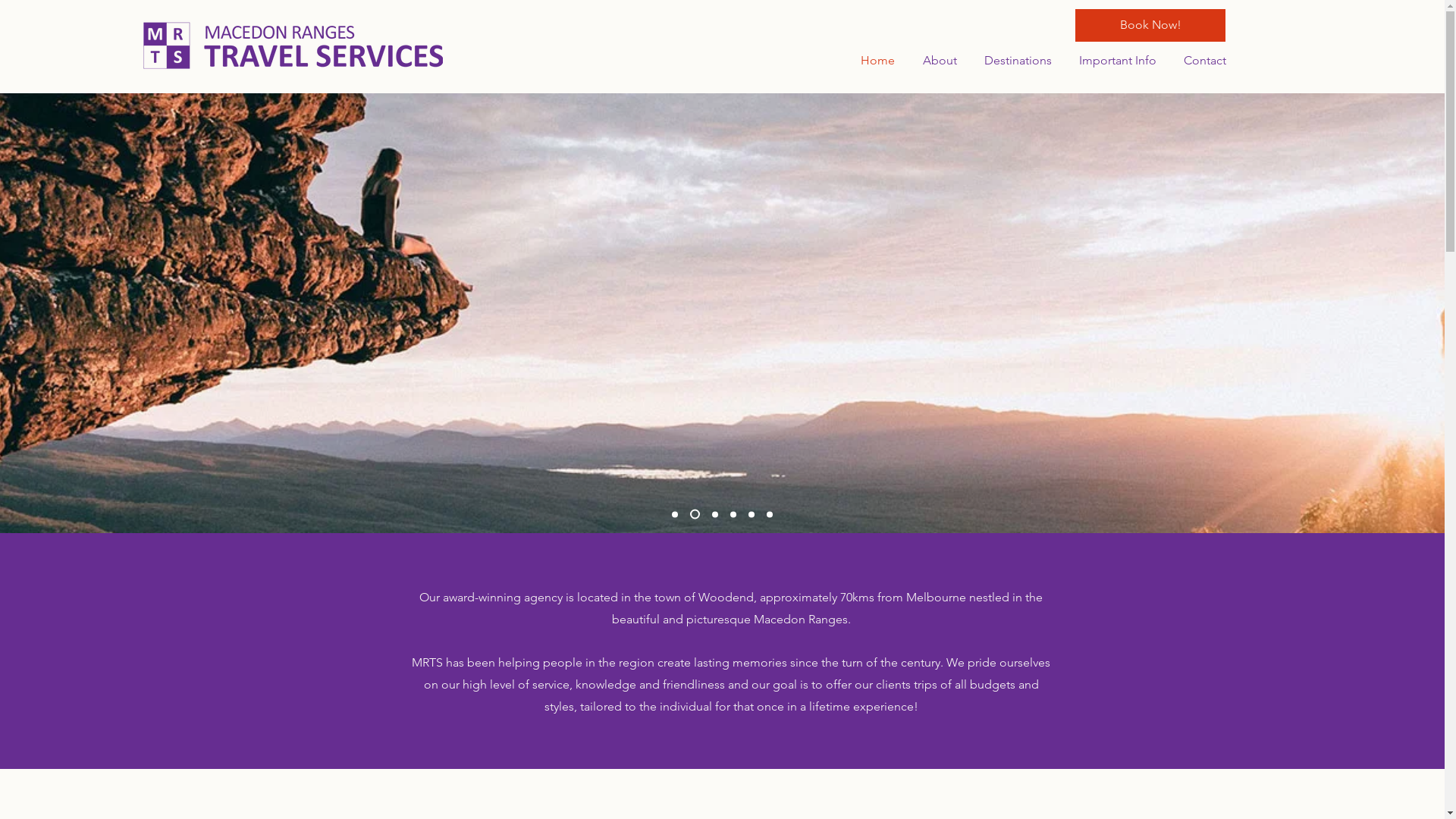 This screenshot has width=1456, height=819. What do you see at coordinates (1074, 25) in the screenshot?
I see `'Book Now!'` at bounding box center [1074, 25].